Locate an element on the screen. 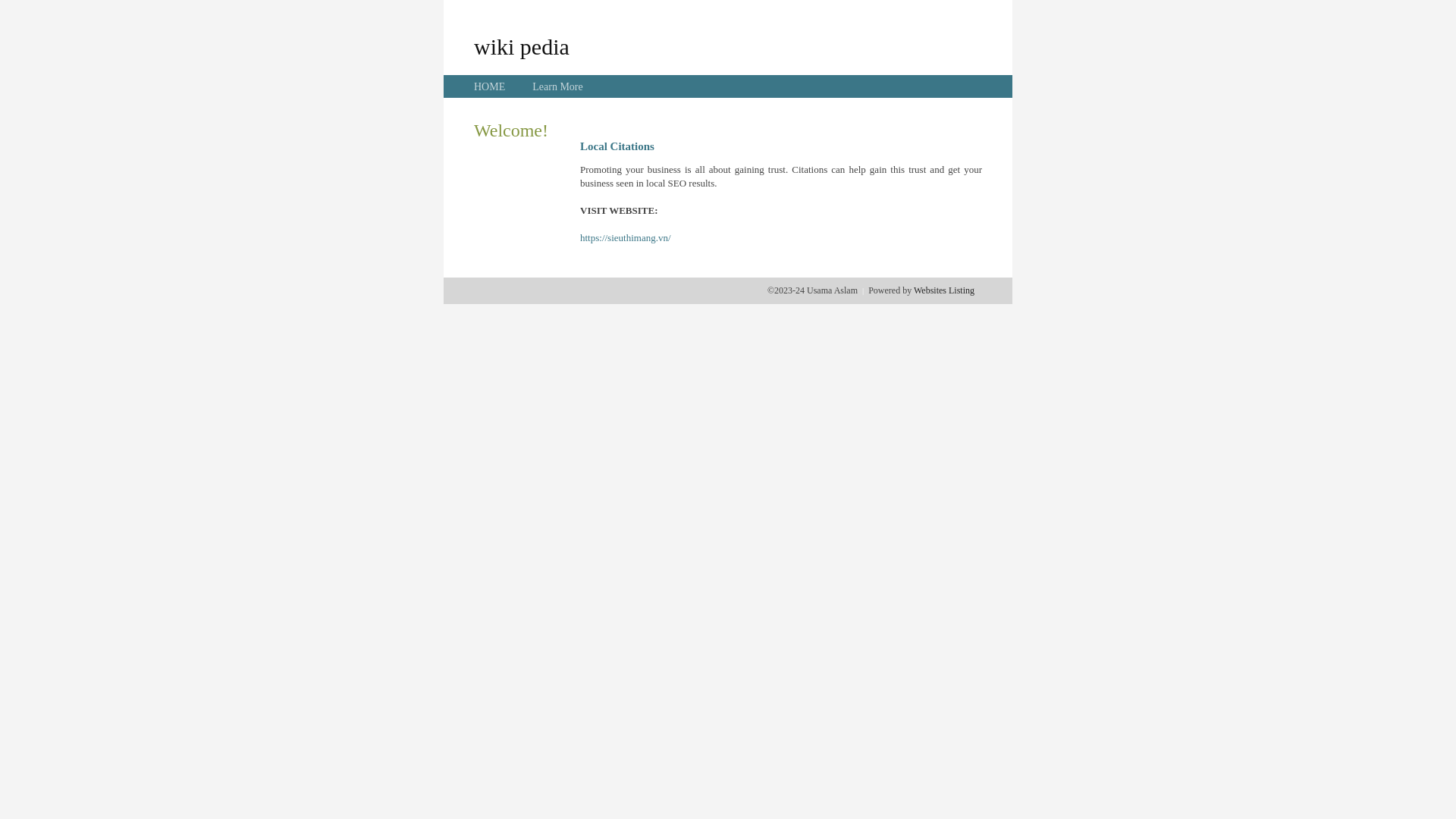  'Websites Listing' is located at coordinates (912, 290).